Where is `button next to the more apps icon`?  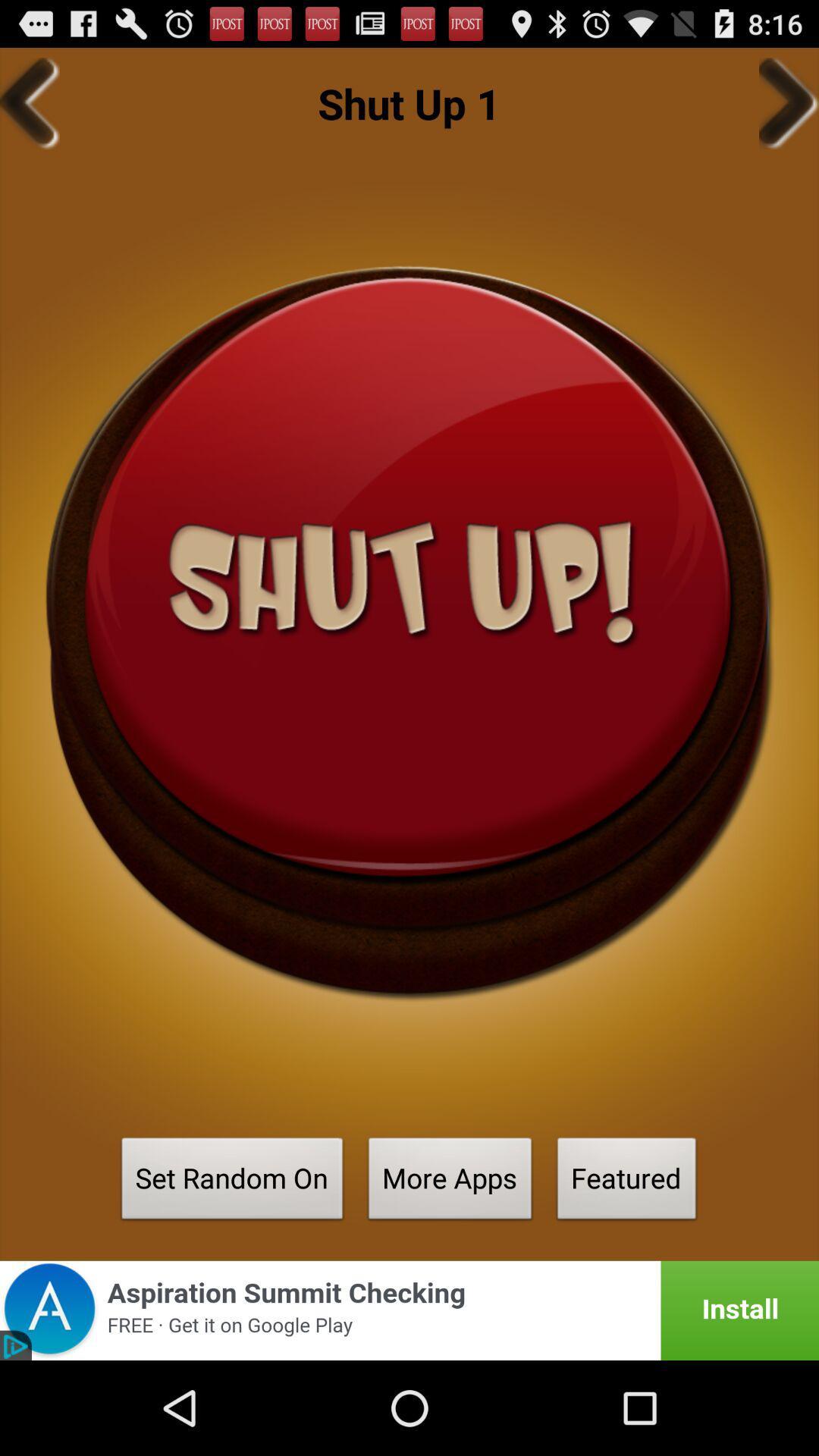
button next to the more apps icon is located at coordinates (232, 1182).